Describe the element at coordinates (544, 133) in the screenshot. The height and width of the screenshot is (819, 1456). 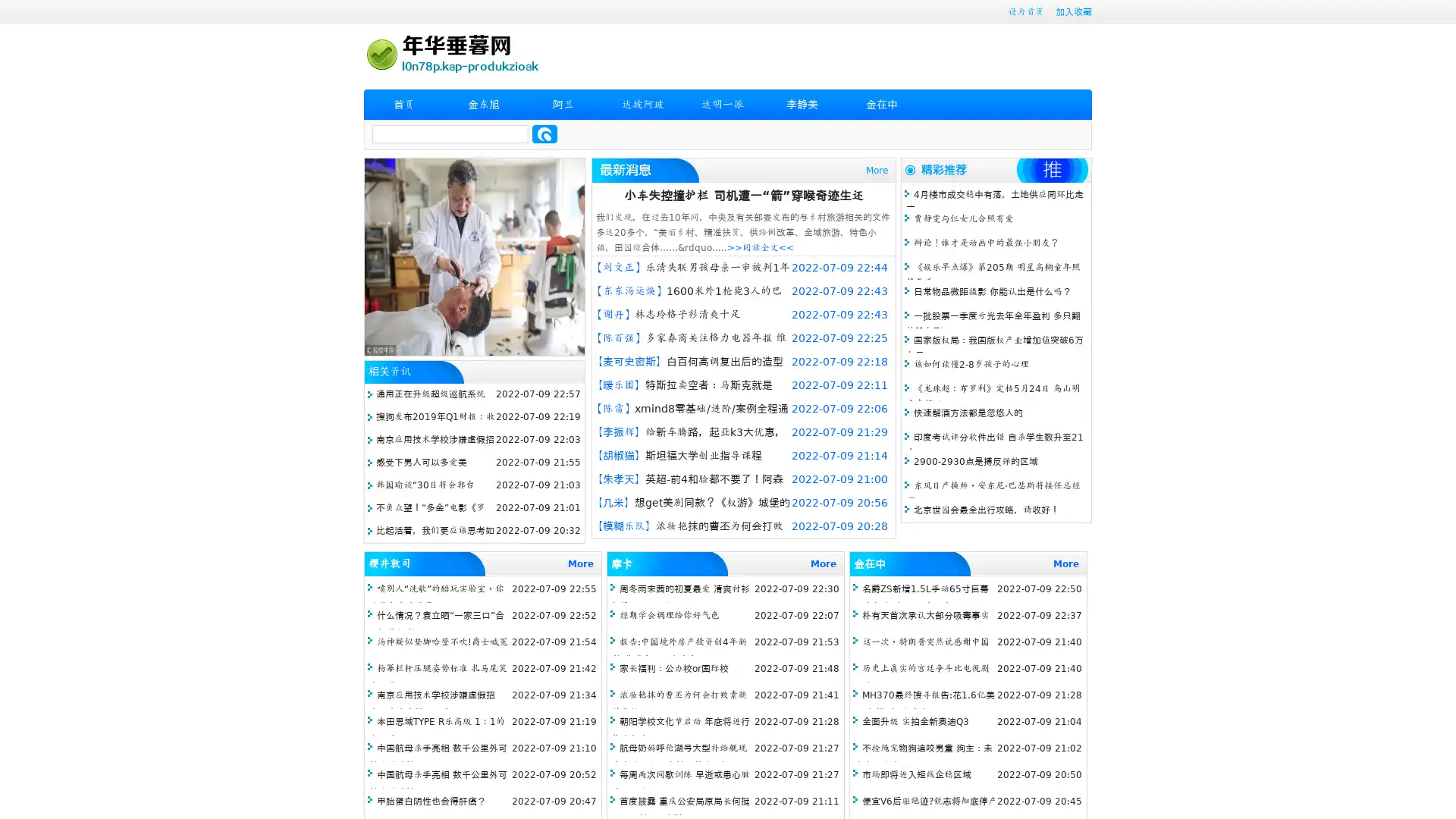
I see `Search` at that location.